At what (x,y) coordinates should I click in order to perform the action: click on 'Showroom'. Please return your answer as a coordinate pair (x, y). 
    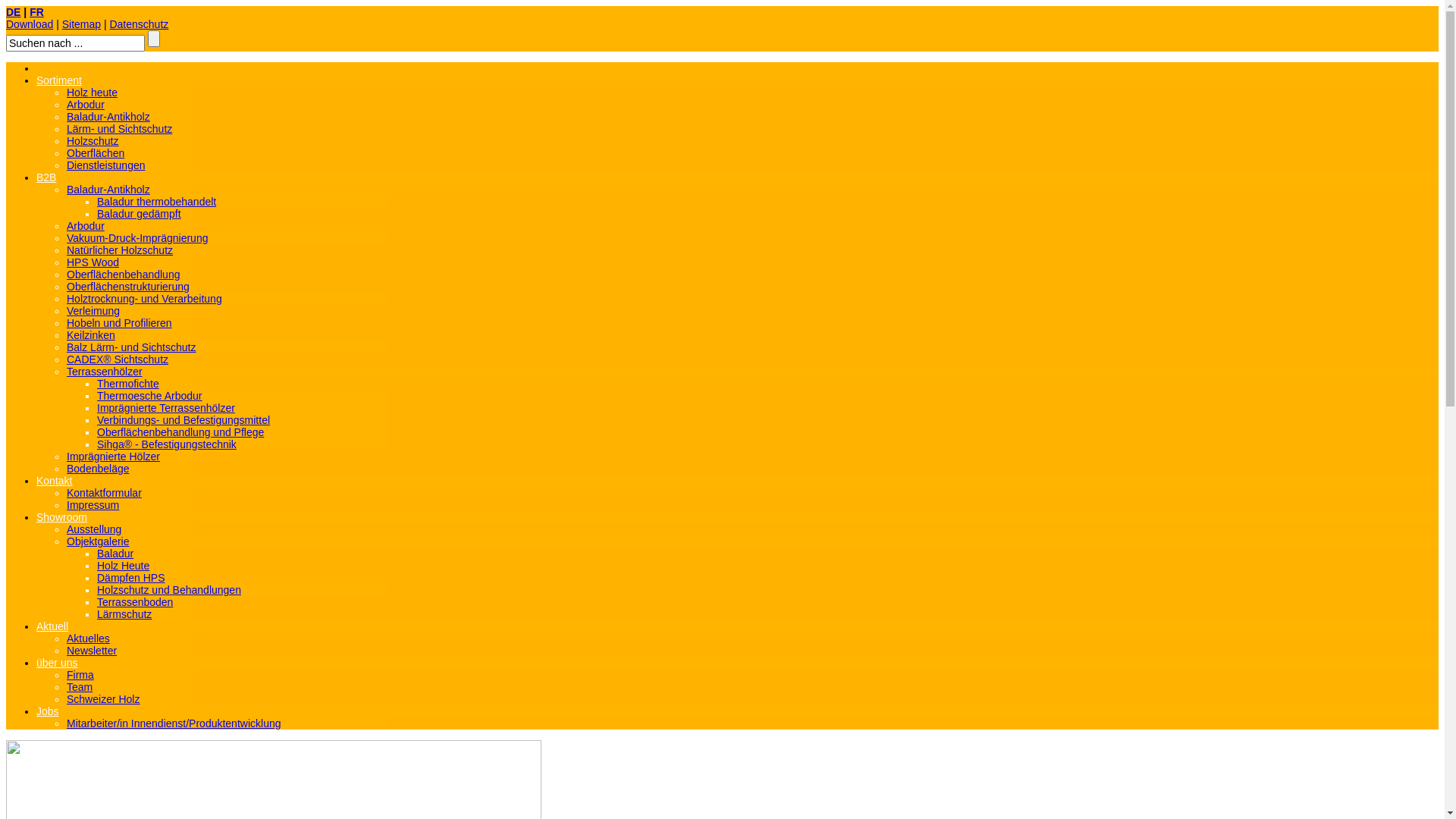
    Looking at the image, I should click on (61, 516).